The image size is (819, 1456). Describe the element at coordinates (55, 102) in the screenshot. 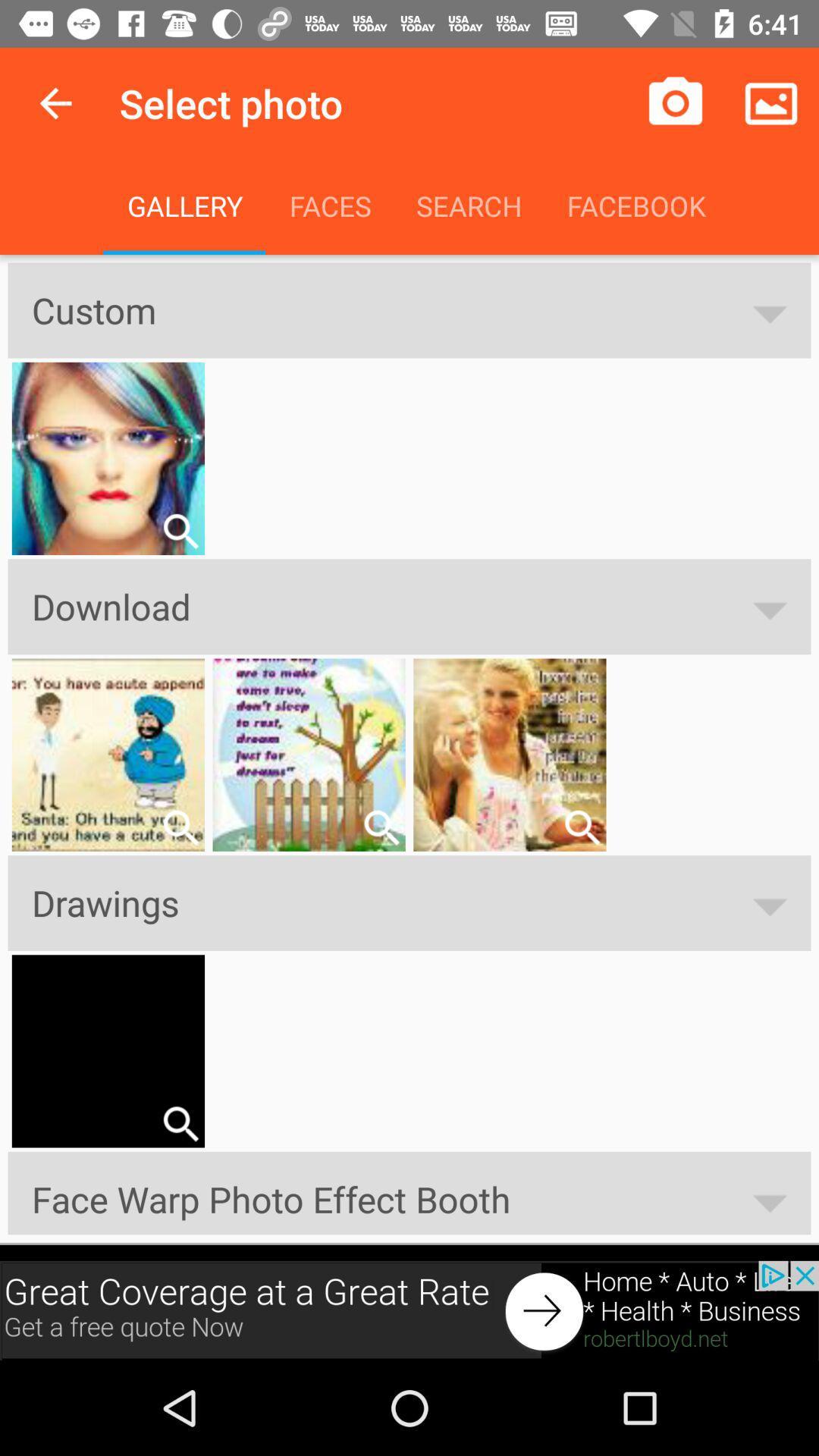

I see `go back` at that location.